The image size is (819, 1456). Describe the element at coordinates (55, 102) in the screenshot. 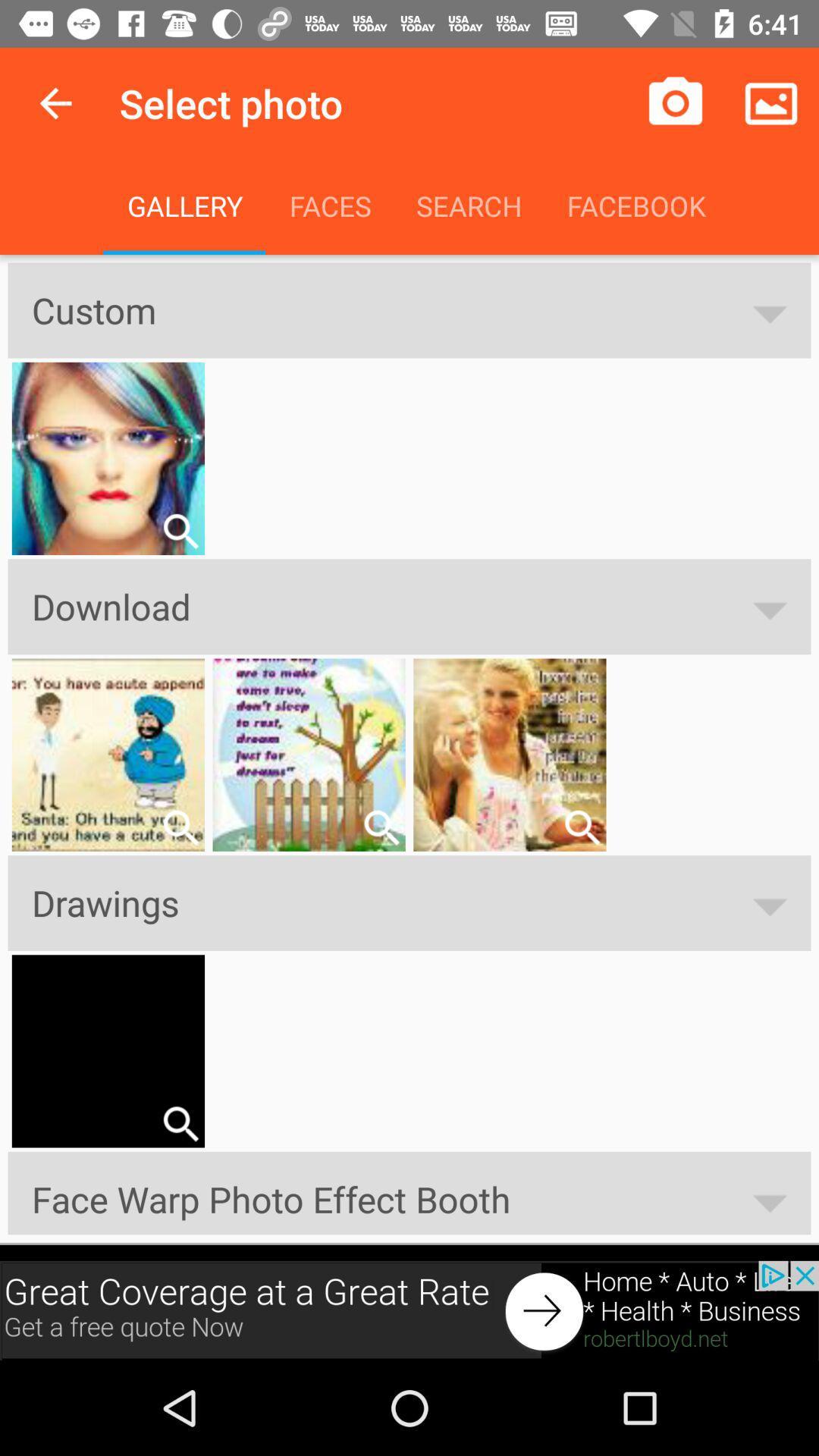

I see `go back` at that location.